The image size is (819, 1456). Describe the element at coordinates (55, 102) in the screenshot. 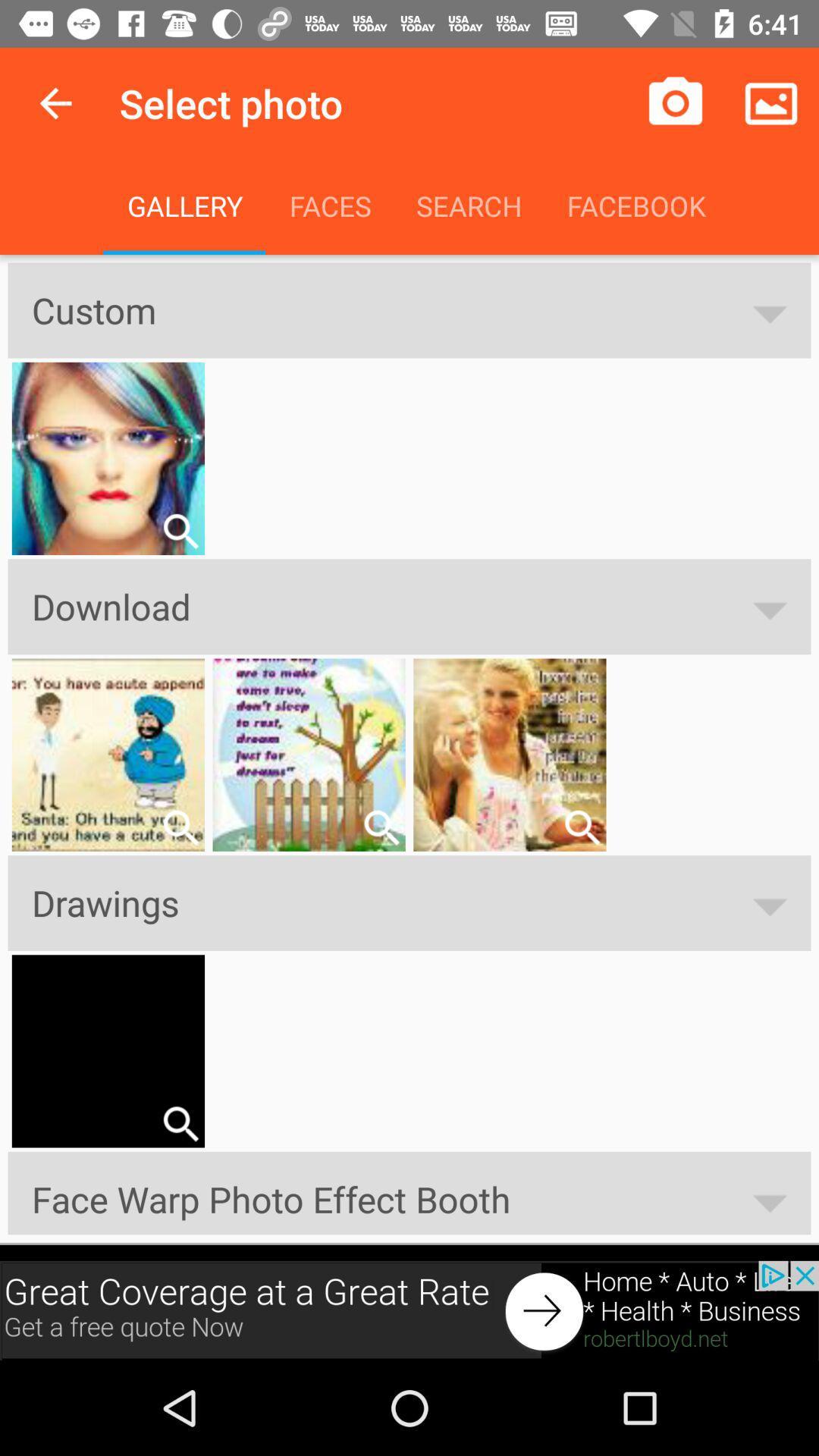

I see `go back` at that location.